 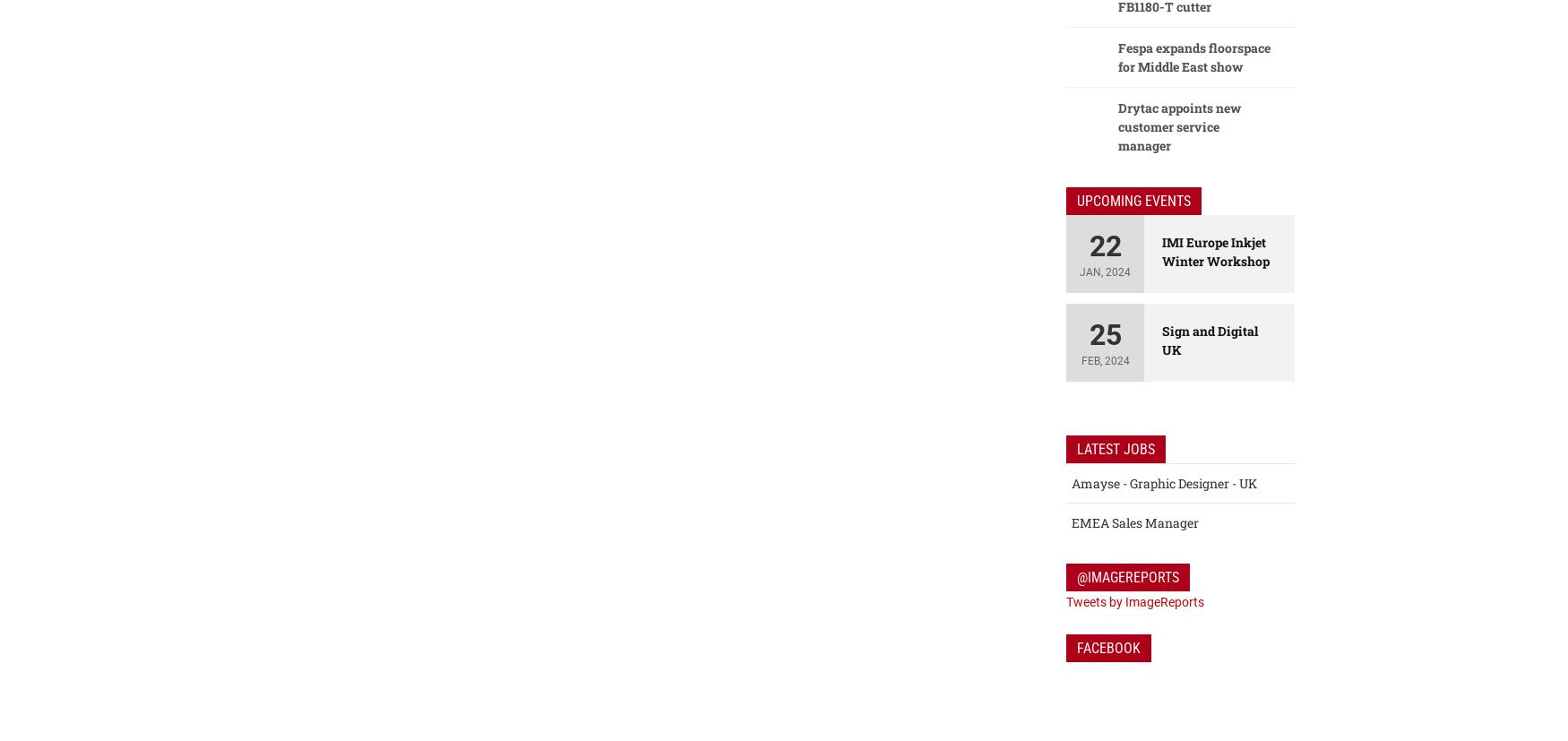 I want to click on 'Fespa expands floorspace for Middle East show', so click(x=1193, y=57).